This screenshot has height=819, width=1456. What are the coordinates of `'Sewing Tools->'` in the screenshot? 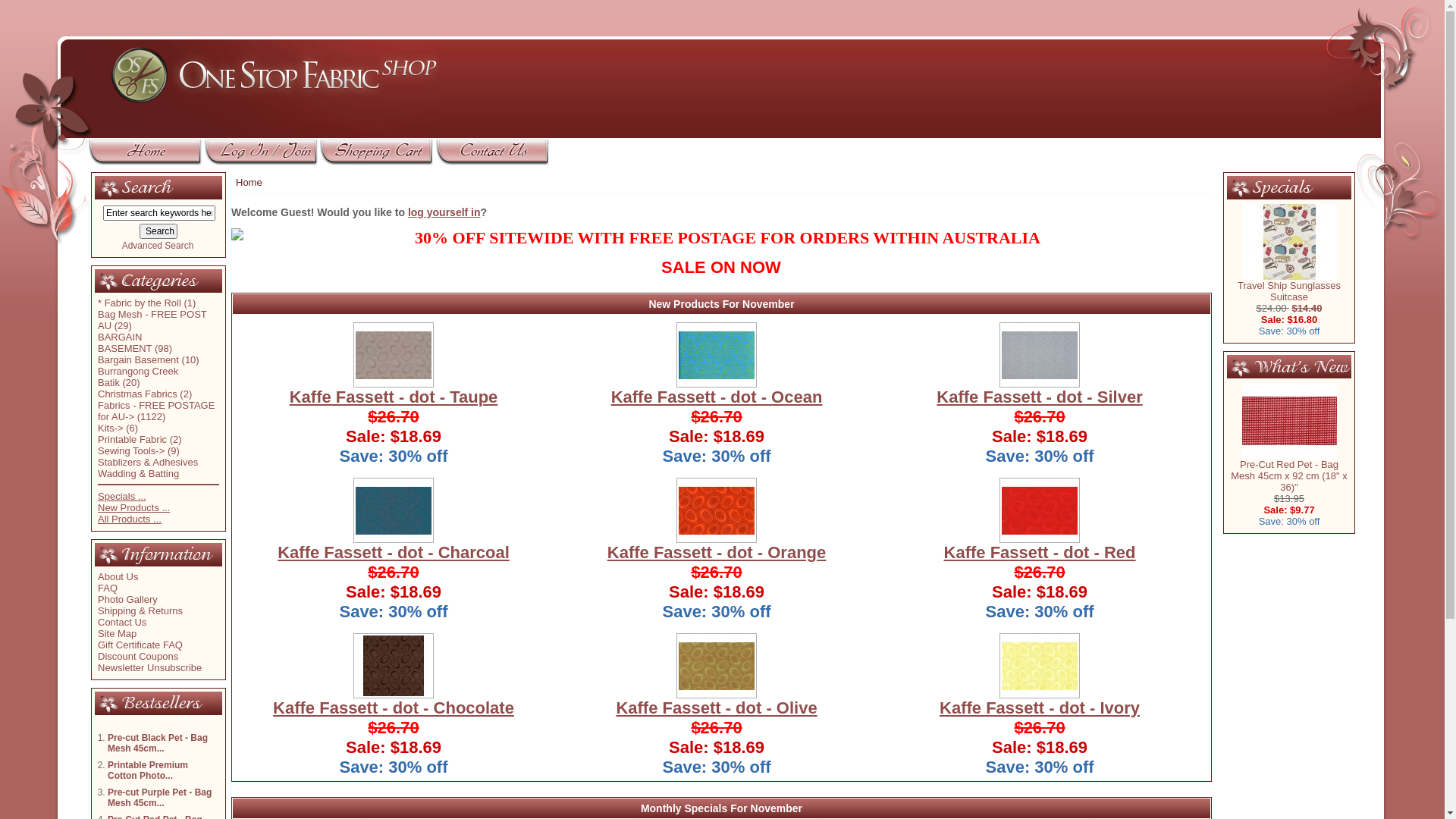 It's located at (130, 450).